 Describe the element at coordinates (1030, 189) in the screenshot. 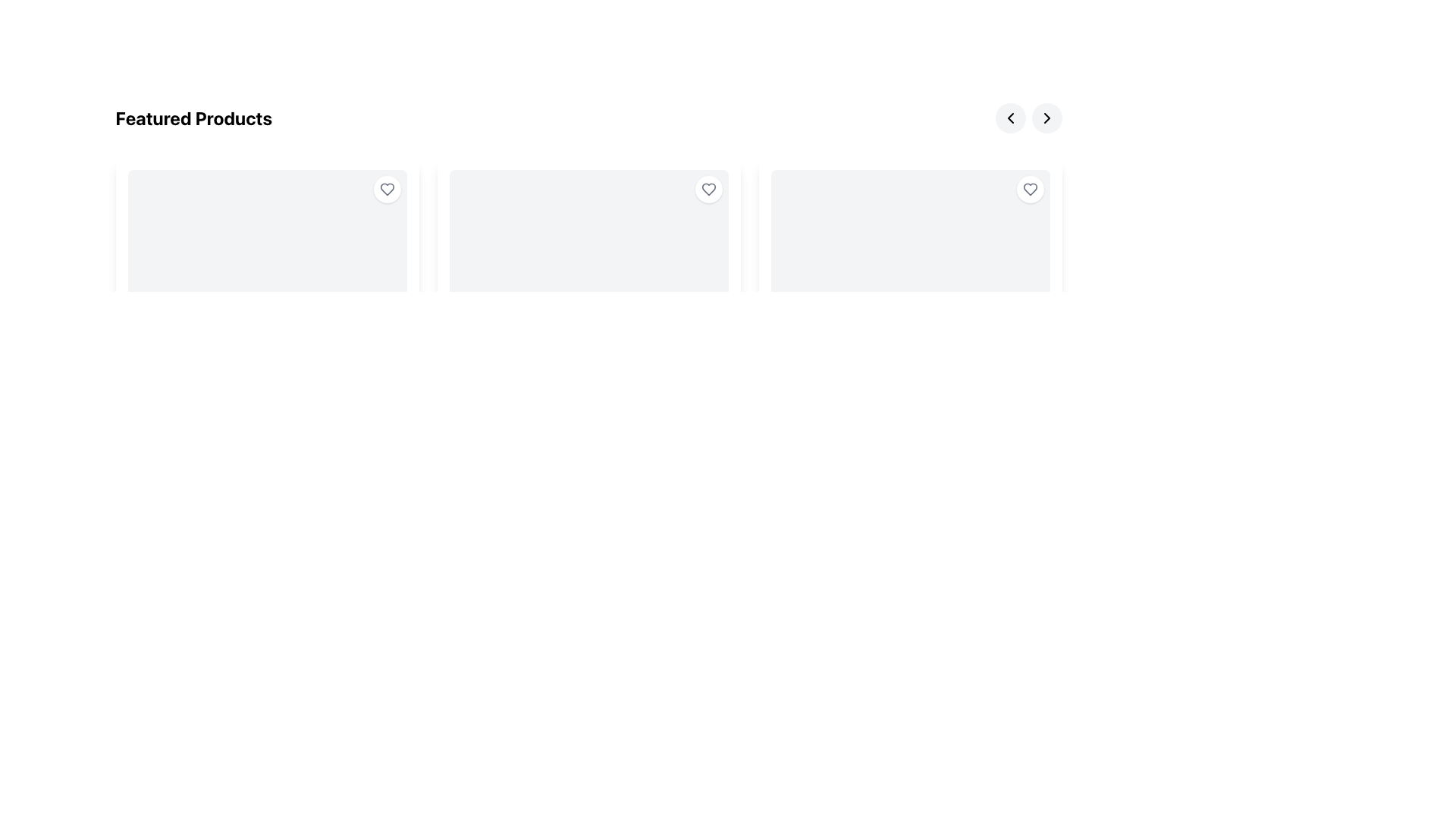

I see `the Heart icon located in the top-right corner of the last card in the row, which is styled with a gray color transitioning to red when hovered` at that location.